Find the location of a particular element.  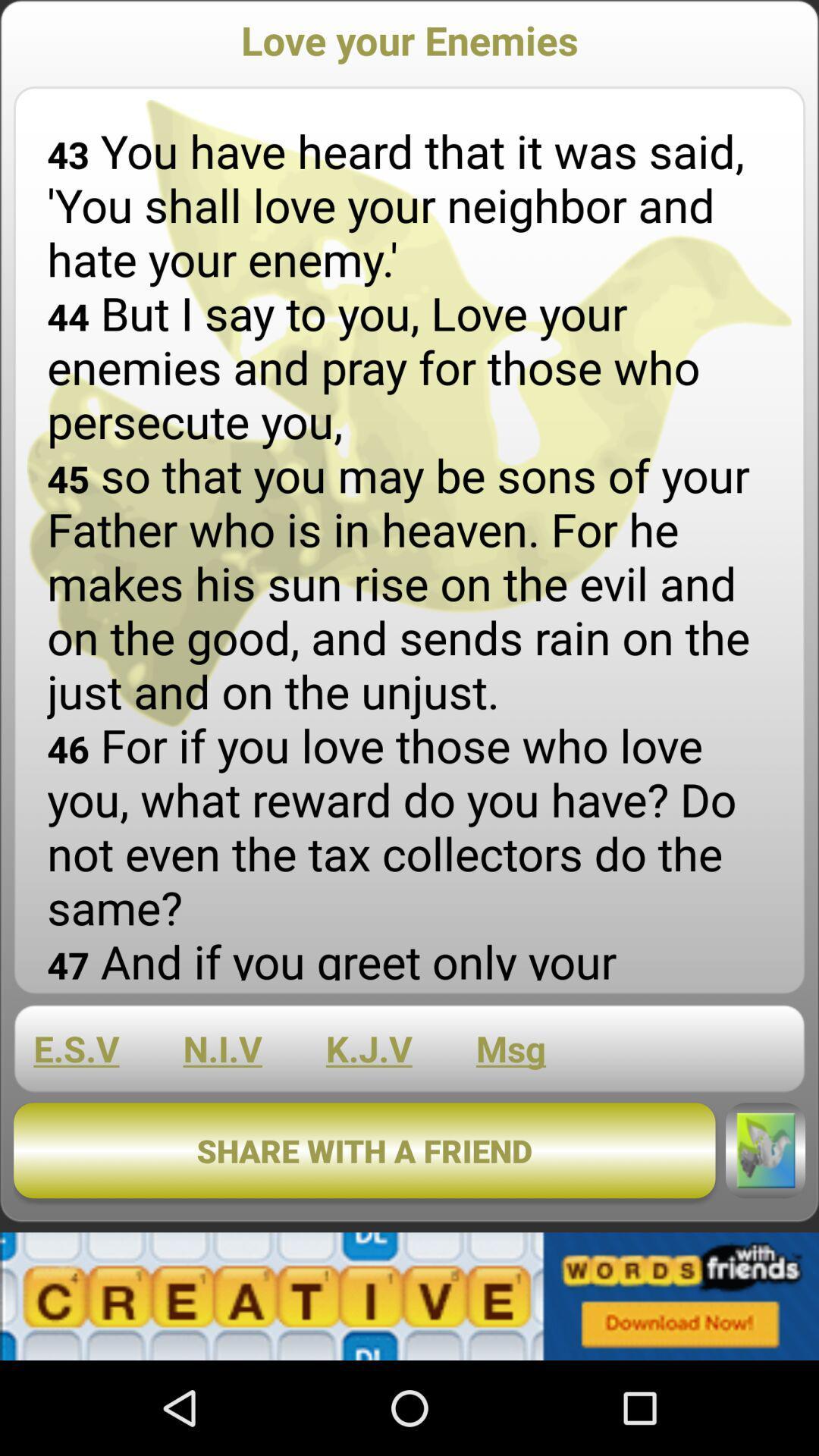

the twitter icon is located at coordinates (765, 1231).